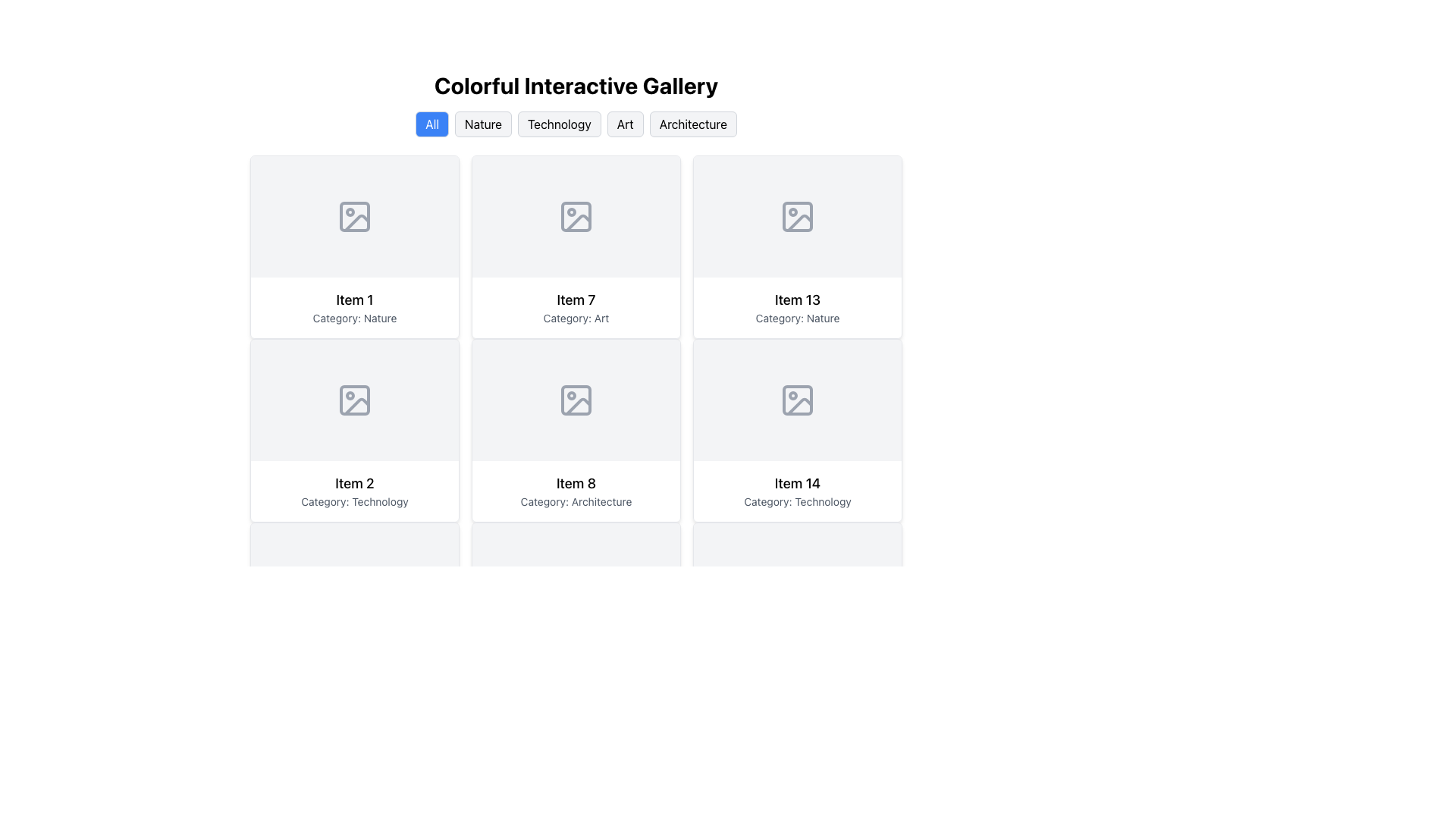  What do you see at coordinates (796, 216) in the screenshot?
I see `placeholder for an image or icon display located in the second column of the third row, above the text label 'Item 13' and 'Category: Nature'` at bounding box center [796, 216].